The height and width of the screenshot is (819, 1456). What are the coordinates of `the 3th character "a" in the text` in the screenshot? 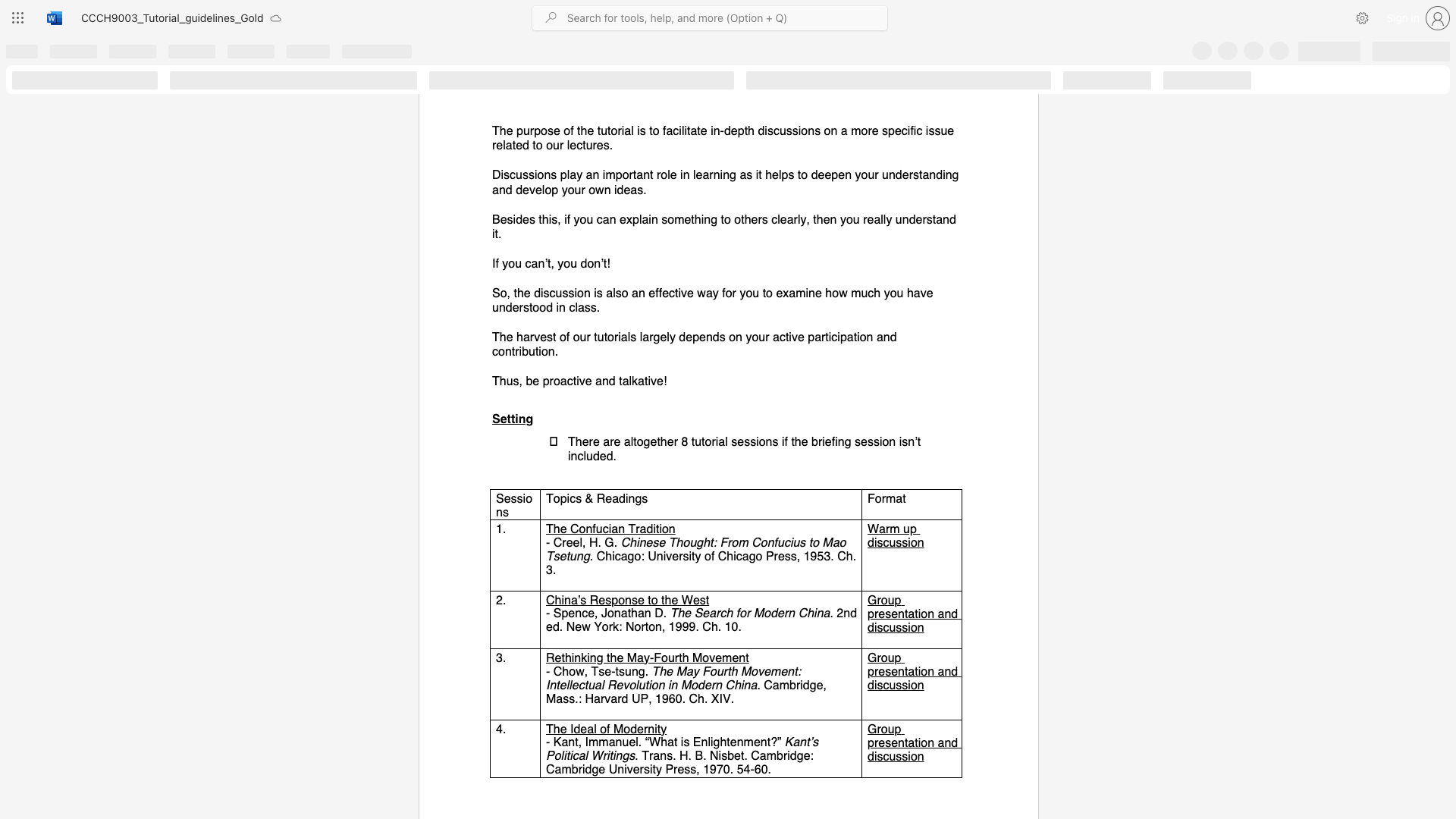 It's located at (753, 685).